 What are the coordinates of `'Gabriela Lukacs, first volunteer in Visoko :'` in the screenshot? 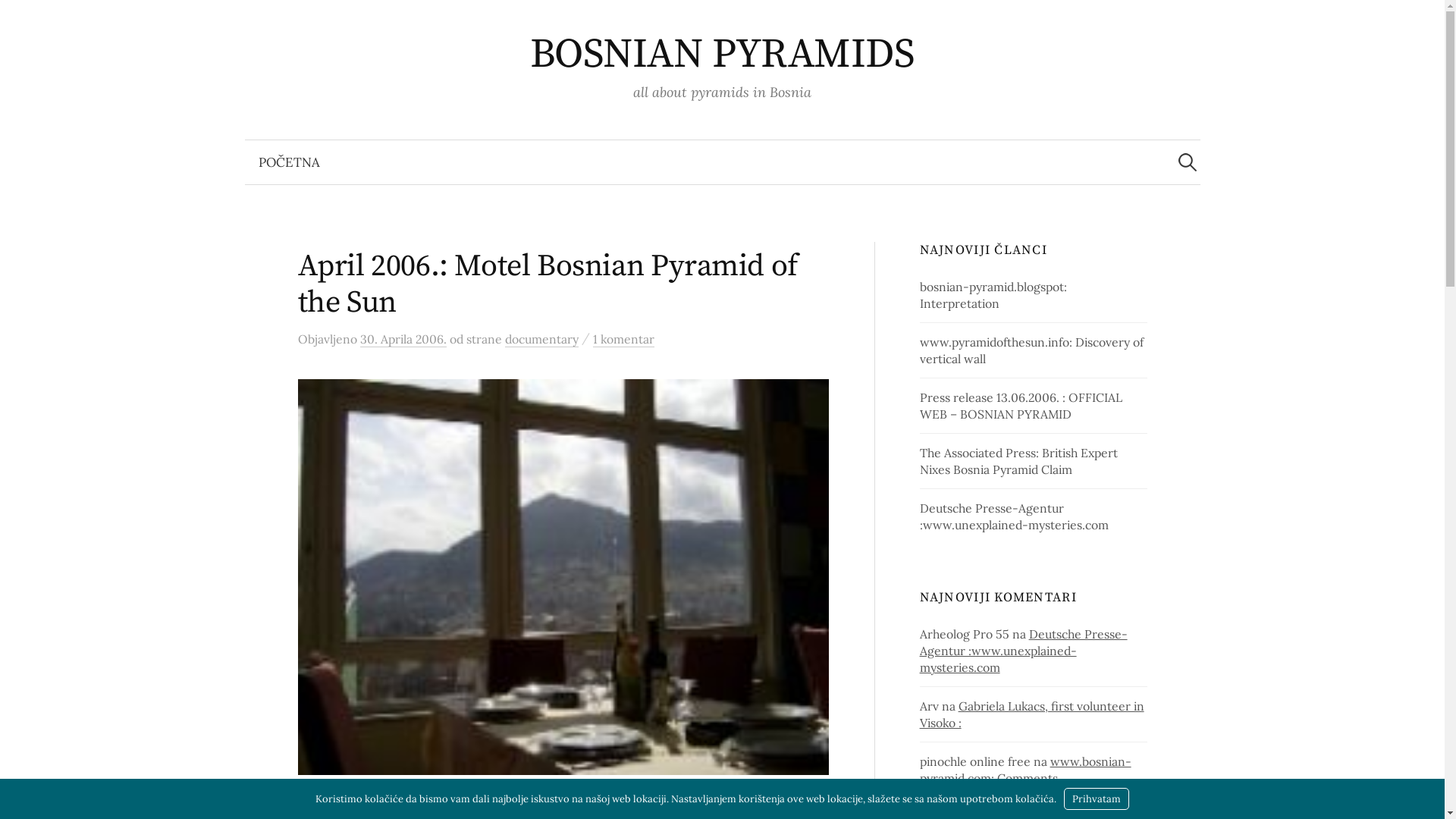 It's located at (1031, 714).